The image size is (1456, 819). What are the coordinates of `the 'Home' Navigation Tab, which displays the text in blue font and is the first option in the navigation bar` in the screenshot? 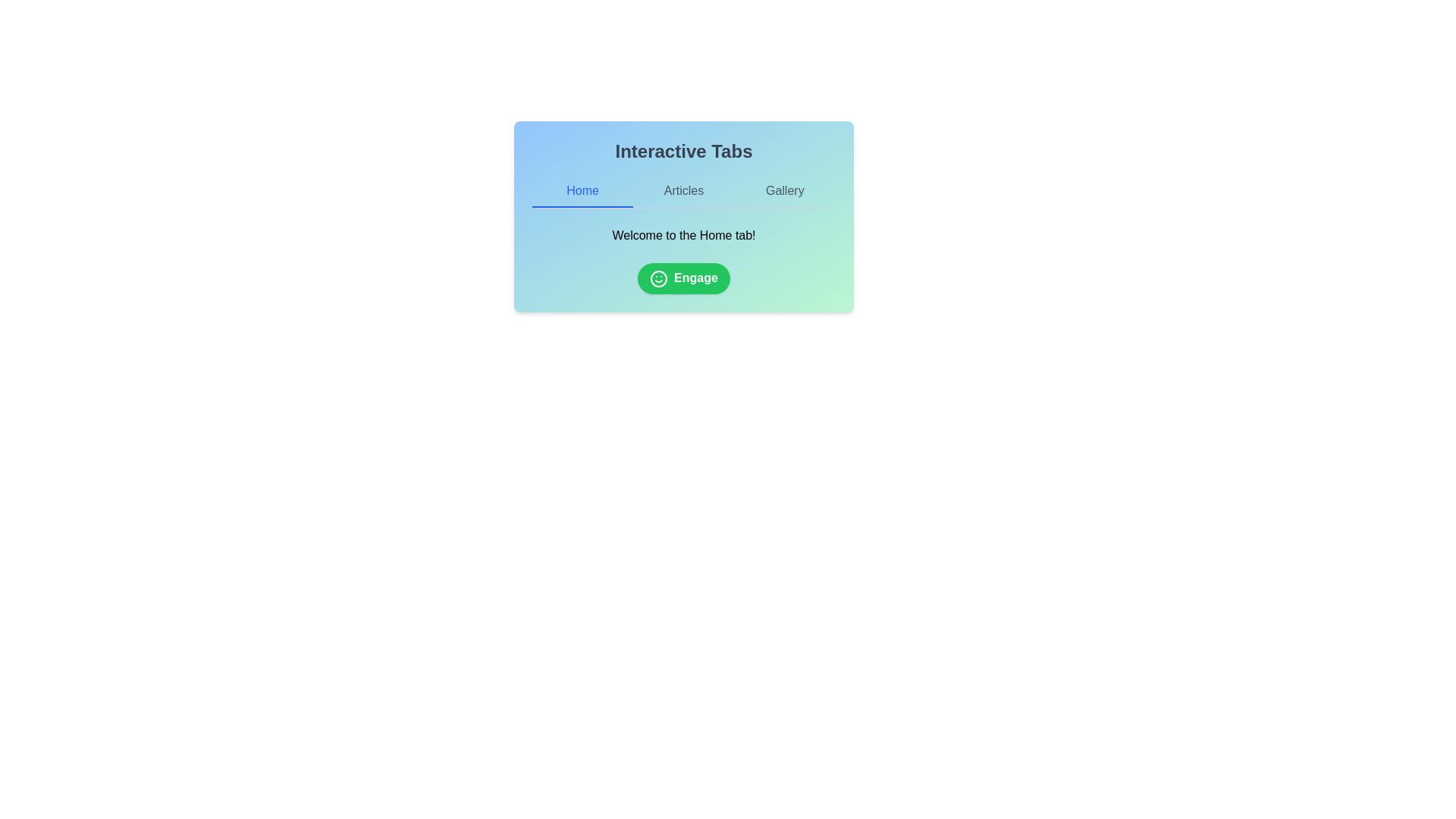 It's located at (582, 191).